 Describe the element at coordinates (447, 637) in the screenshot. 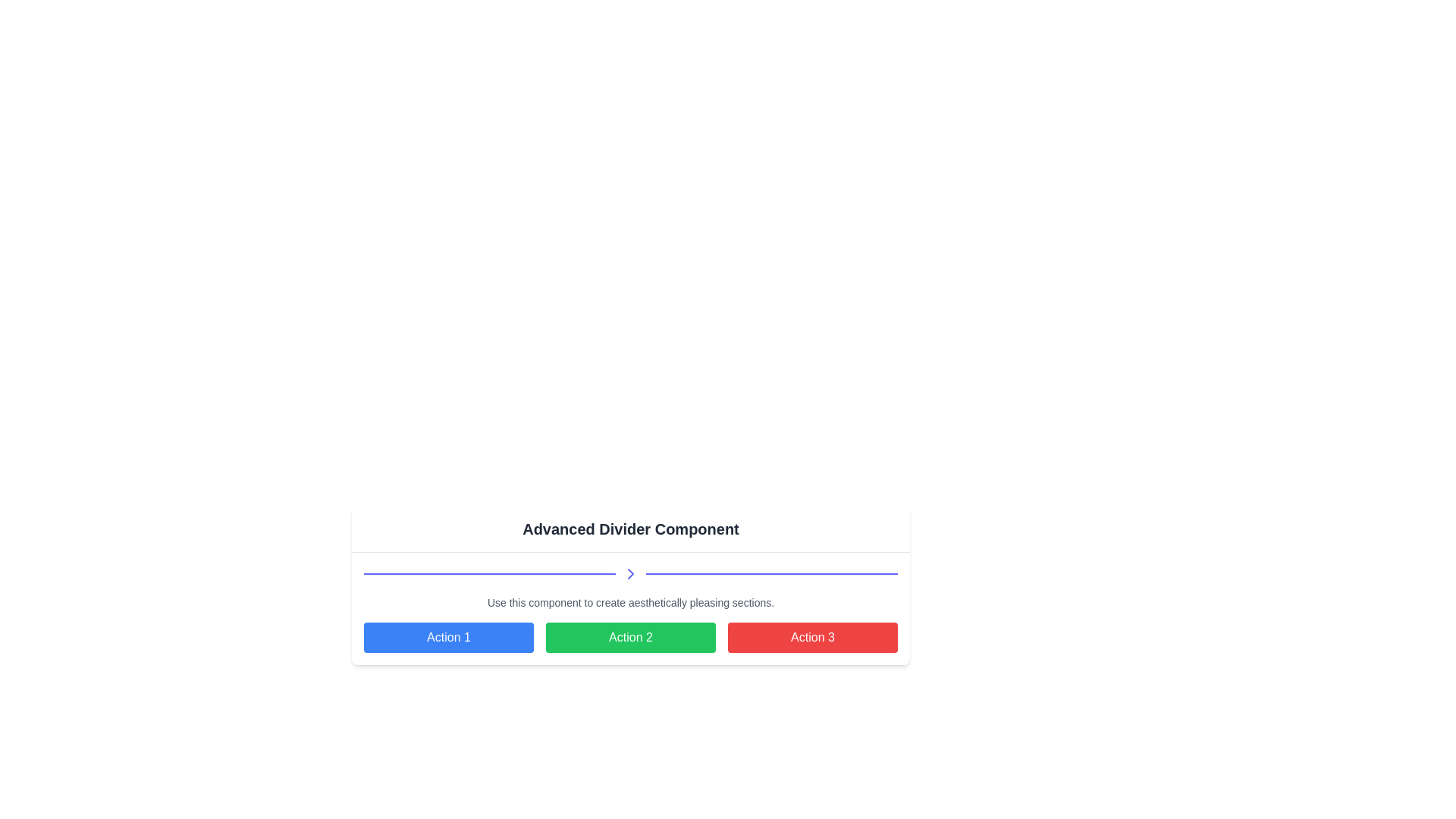

I see `the first button labeled 'Action 1'` at that location.